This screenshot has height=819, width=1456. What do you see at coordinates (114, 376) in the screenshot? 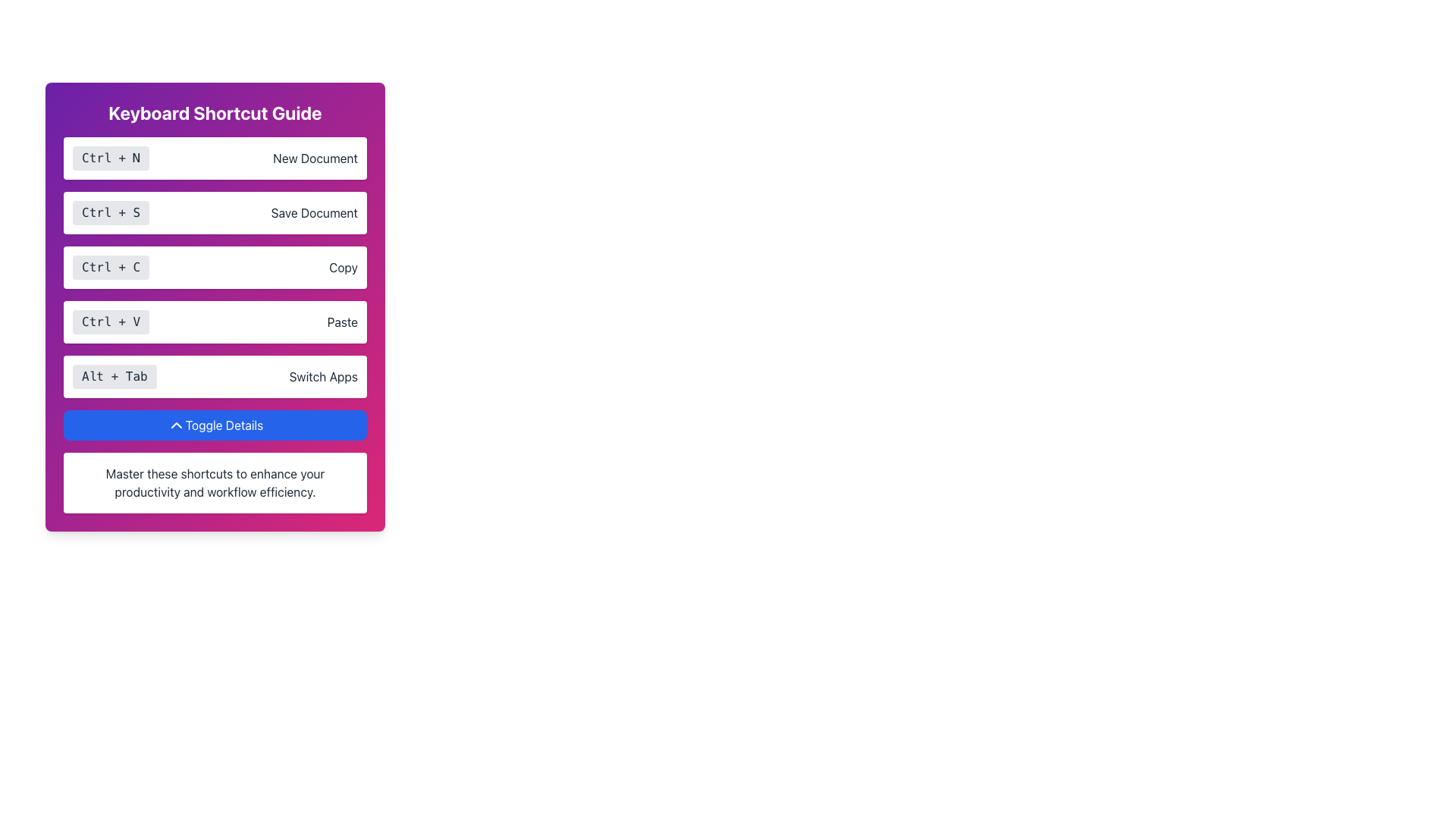
I see `the Text Label displaying 'Alt + Tab', which is a gray button-like structure with rounded corners, positioned centrally in a list of keyboard shortcuts` at bounding box center [114, 376].